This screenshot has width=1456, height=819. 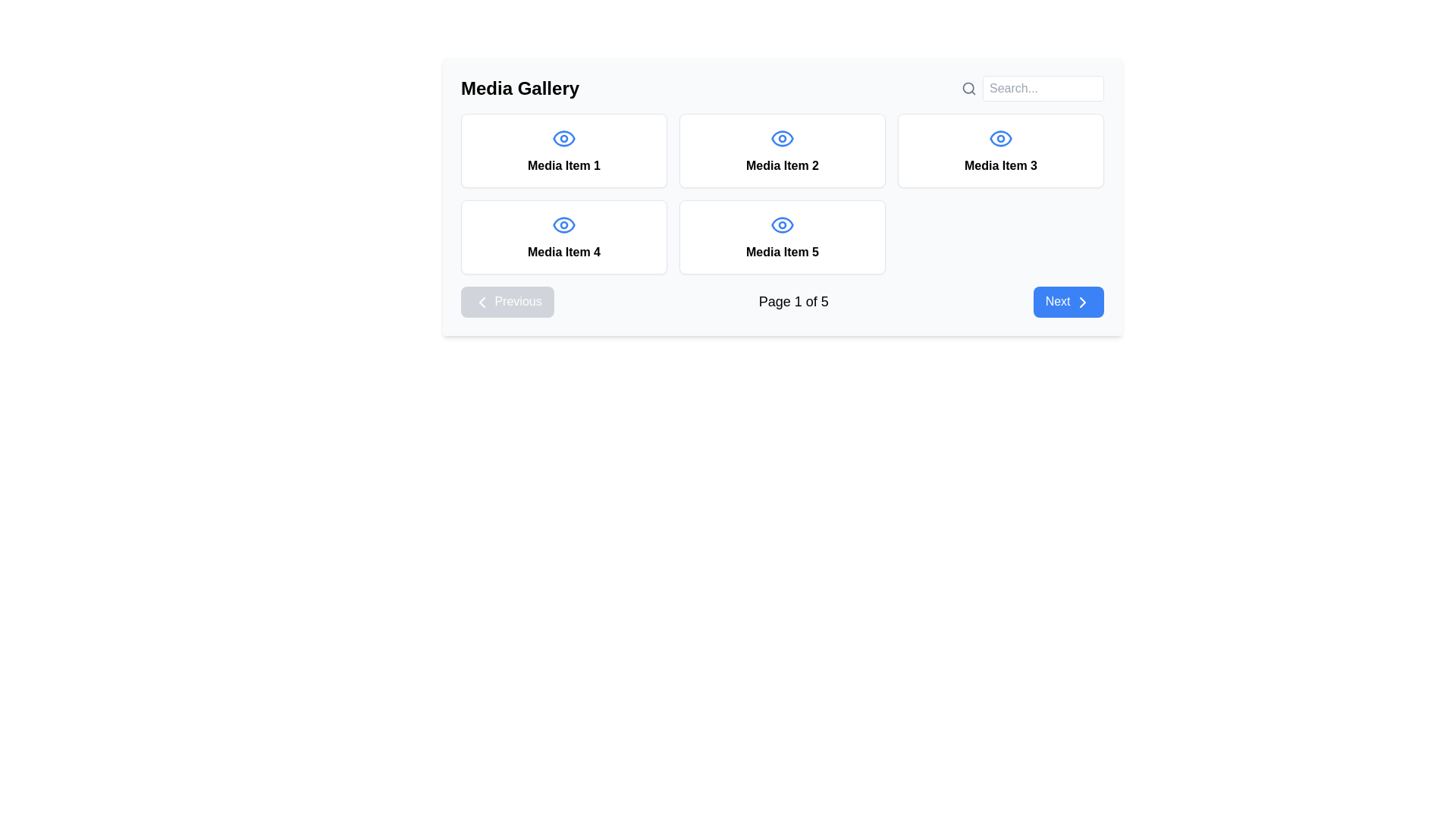 What do you see at coordinates (520, 88) in the screenshot?
I see `the 'Media Gallery' text label, which is a bold, large-size text in black on a white background located in the header section of the interface` at bounding box center [520, 88].